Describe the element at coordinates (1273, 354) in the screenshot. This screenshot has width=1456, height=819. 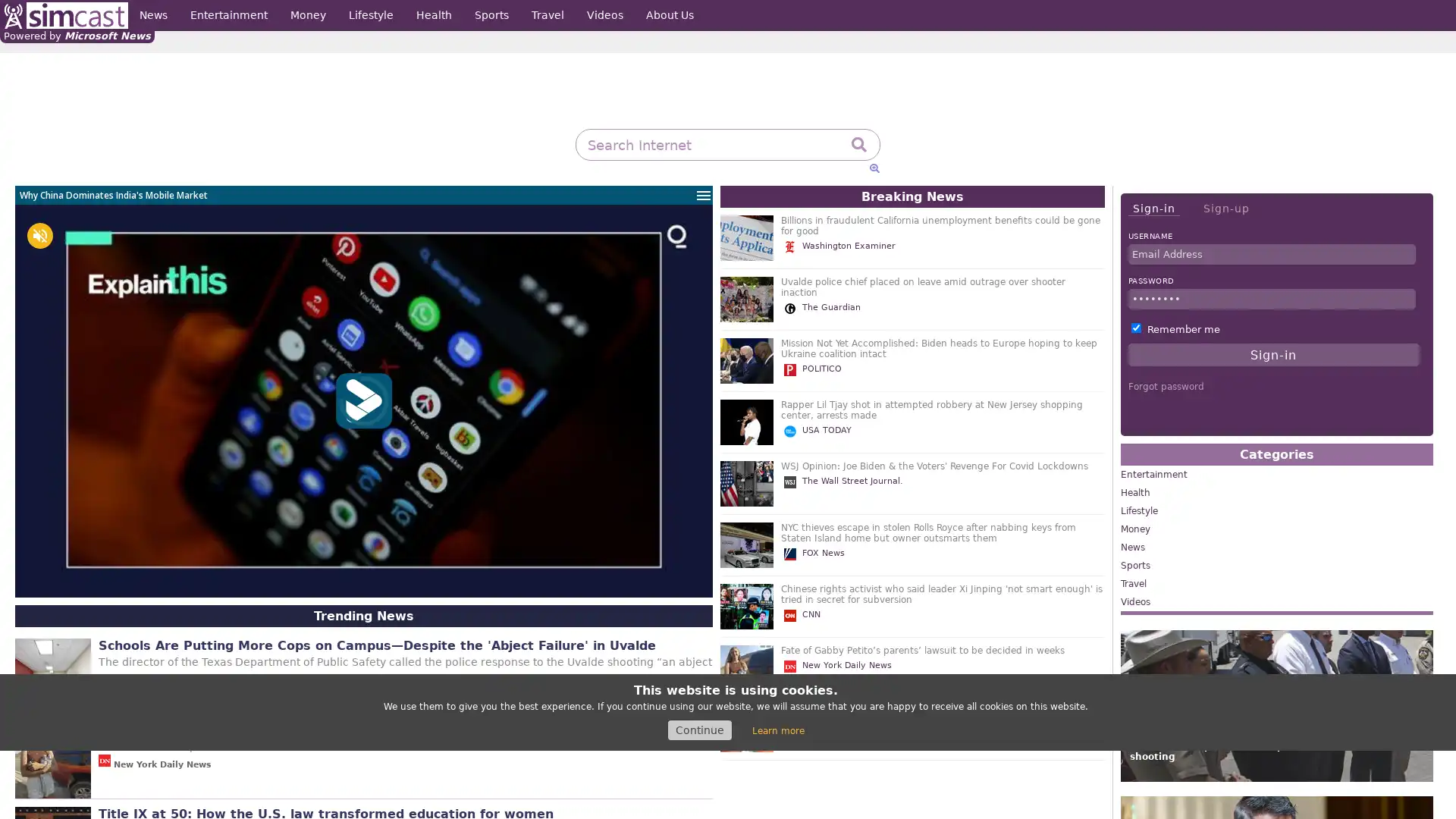
I see `Sign-in` at that location.